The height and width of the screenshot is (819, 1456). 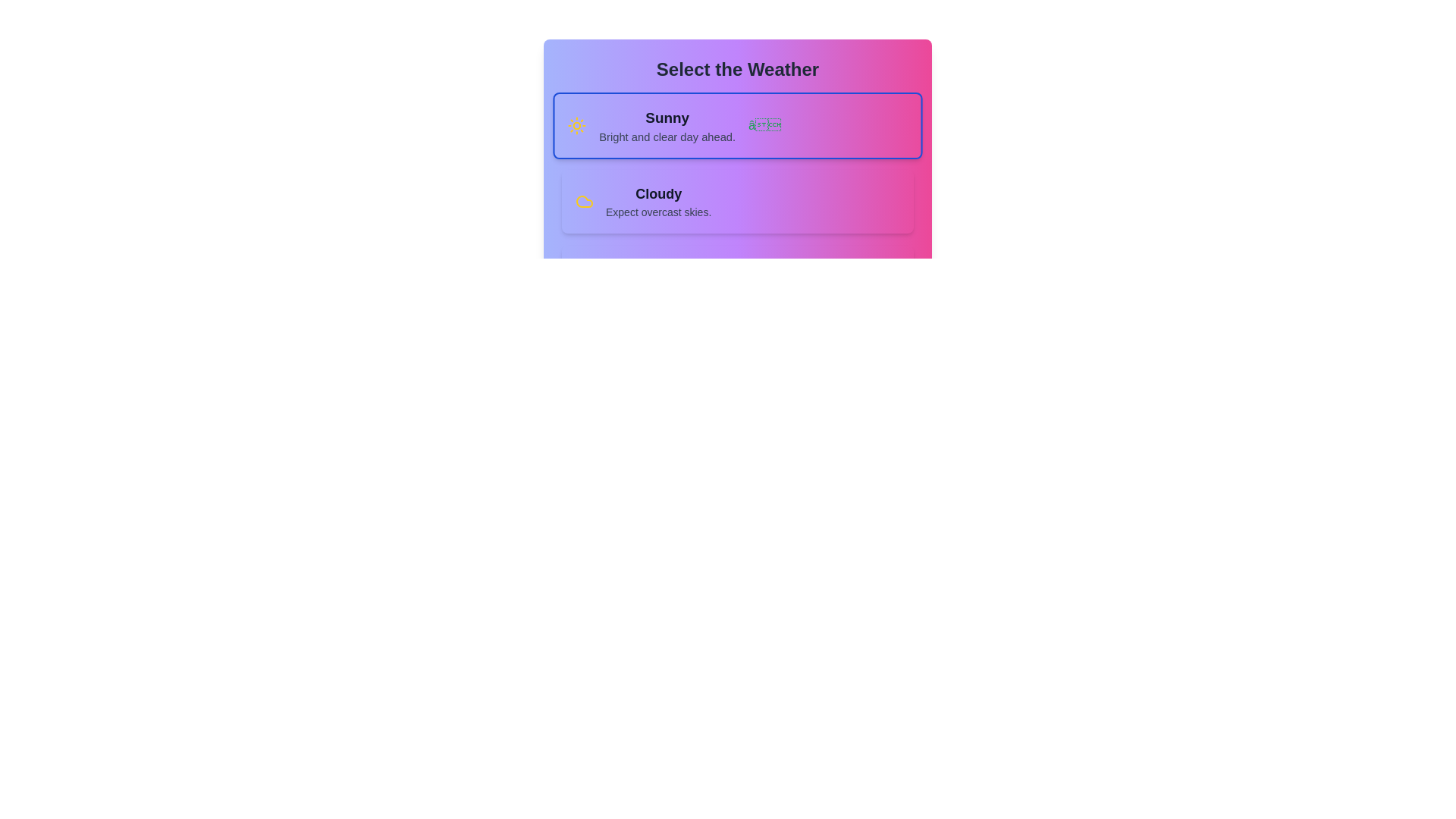 What do you see at coordinates (584, 201) in the screenshot?
I see `the cloudy weather icon located in the bottom section of the 'Select the Weather' card, specifically in the left section of the second option labeled 'Cloudy'` at bounding box center [584, 201].